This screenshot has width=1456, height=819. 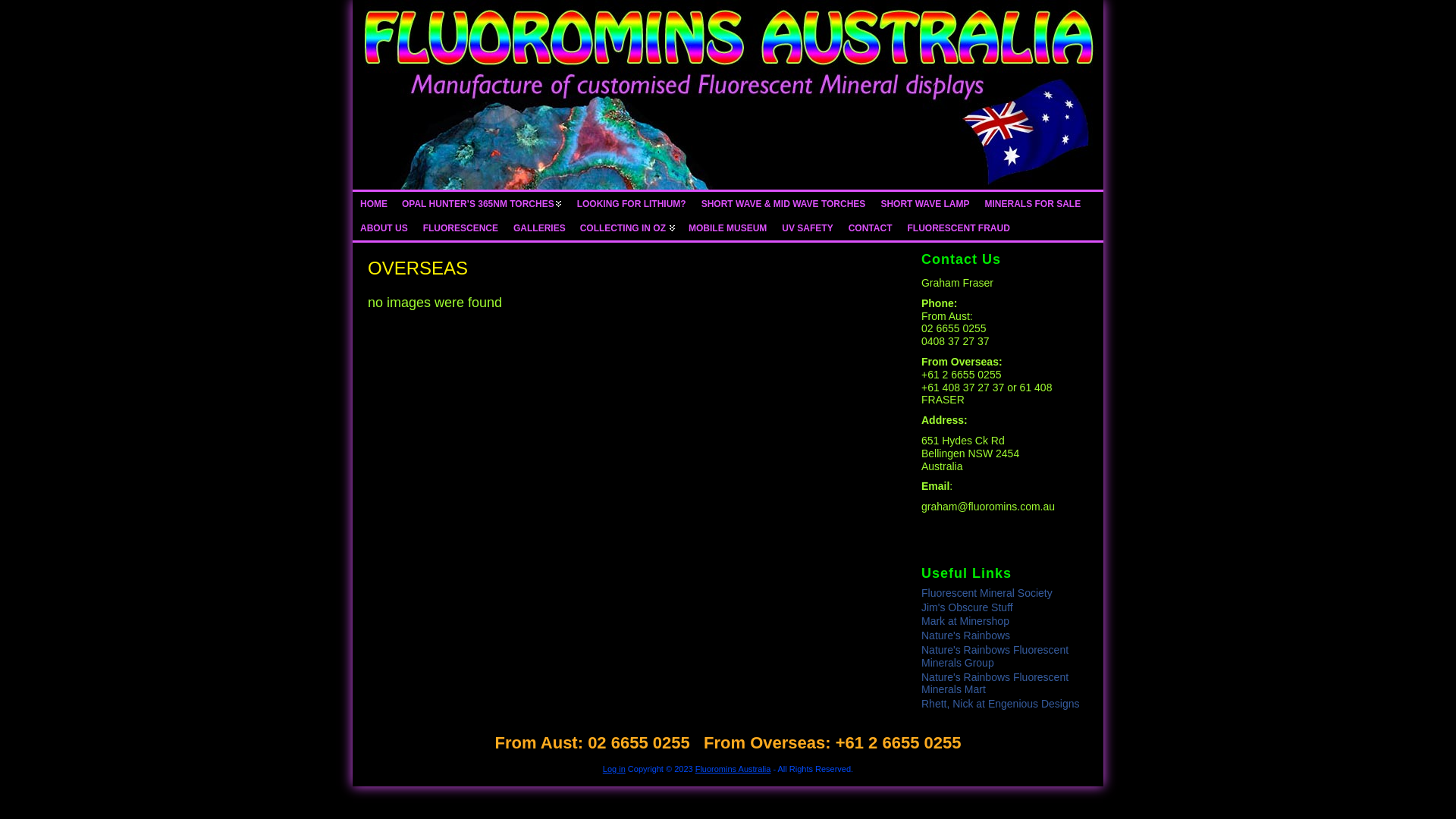 I want to click on 'COLLECTING IN OZ', so click(x=626, y=227).